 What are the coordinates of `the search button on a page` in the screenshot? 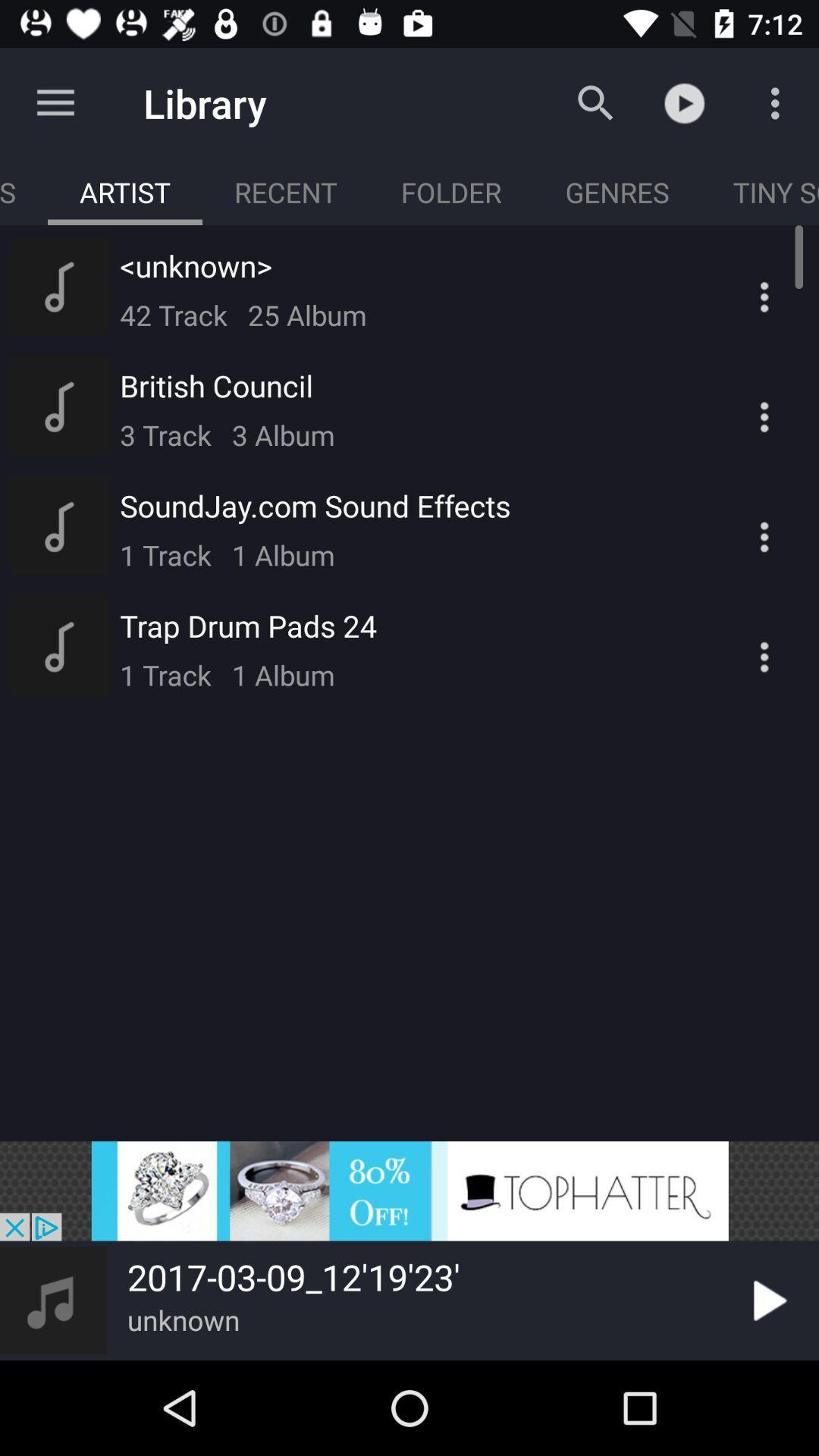 It's located at (595, 103).